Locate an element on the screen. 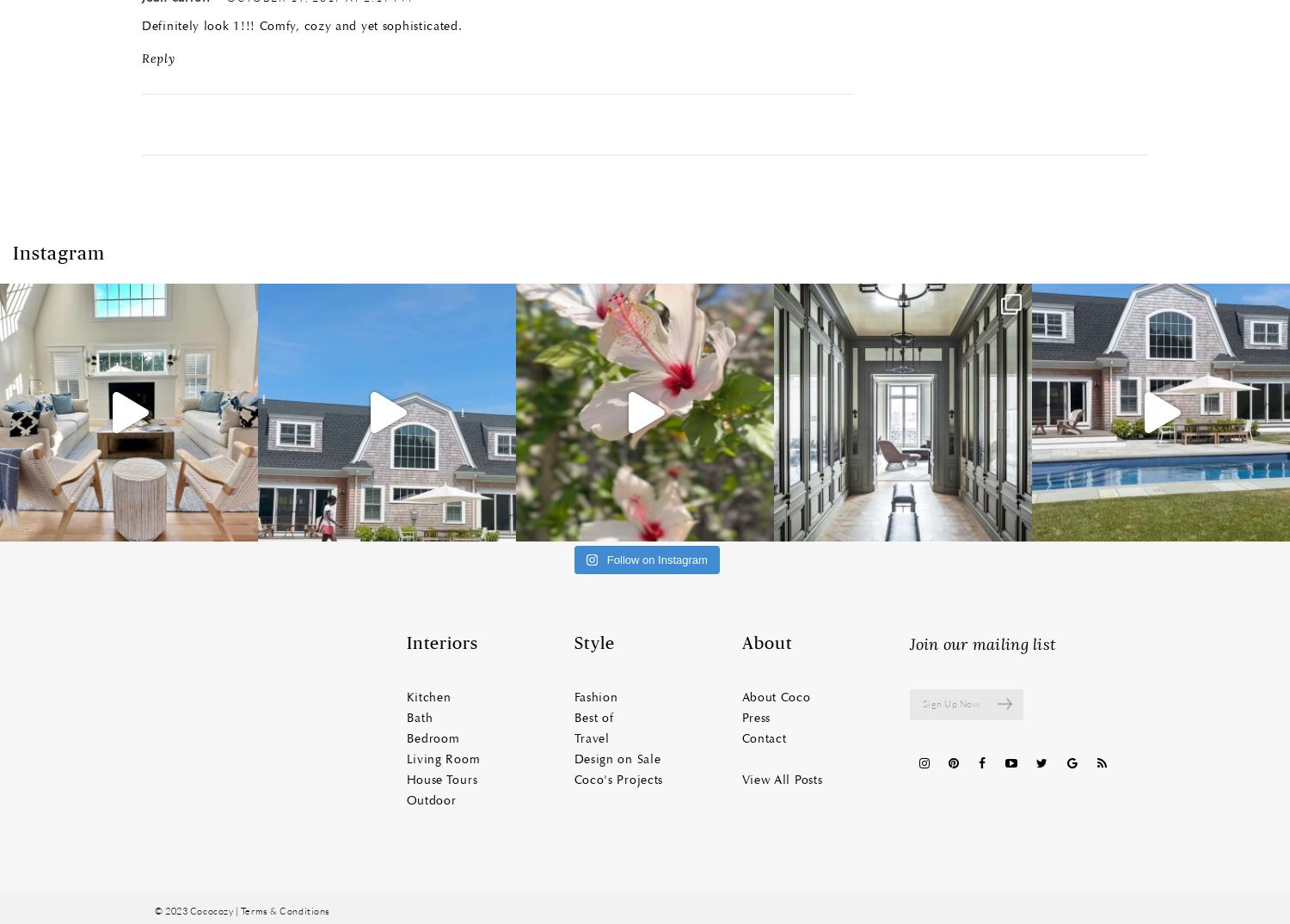 The width and height of the screenshot is (1290, 924). 'Fashion' is located at coordinates (594, 696).